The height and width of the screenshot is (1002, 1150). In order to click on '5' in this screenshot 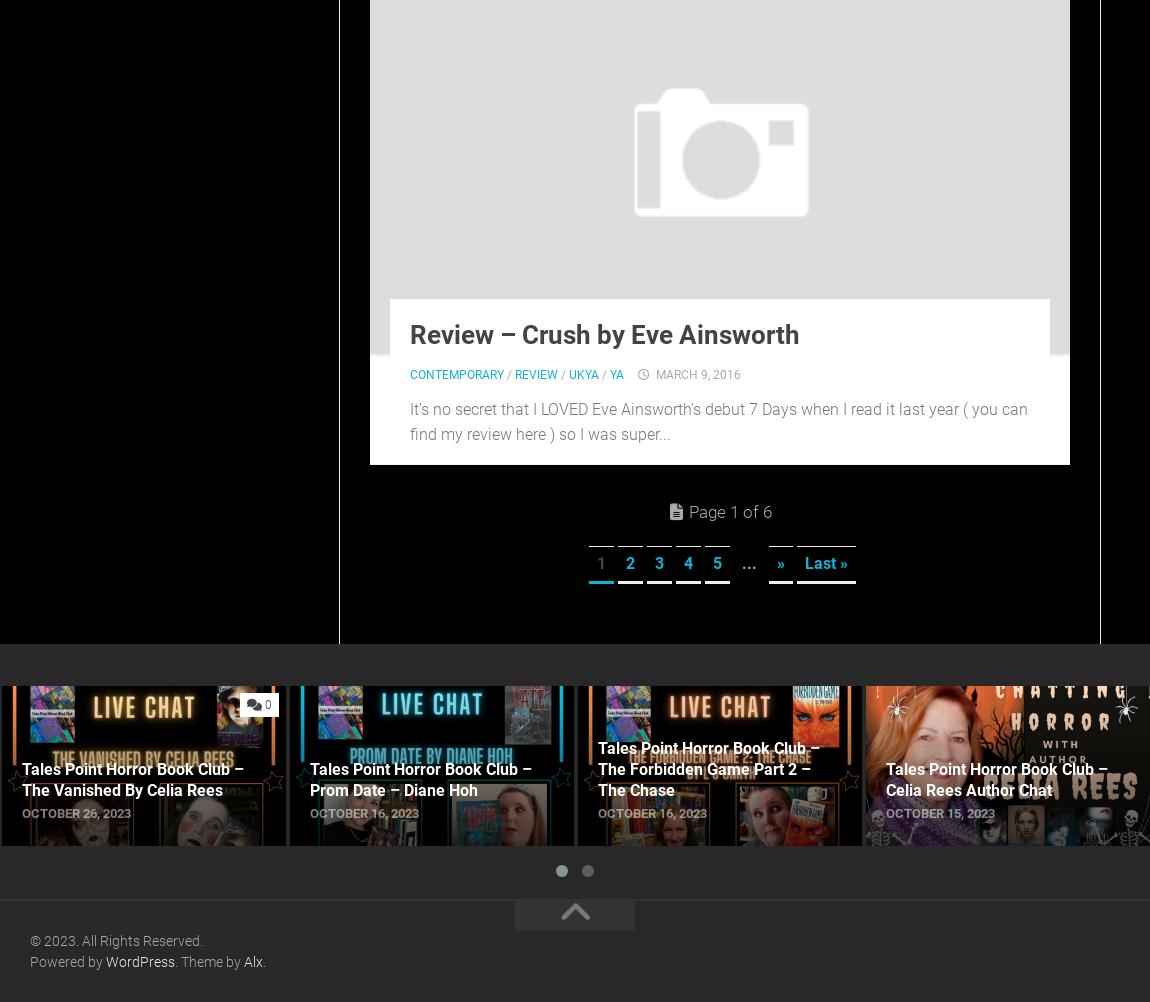, I will do `click(710, 562)`.